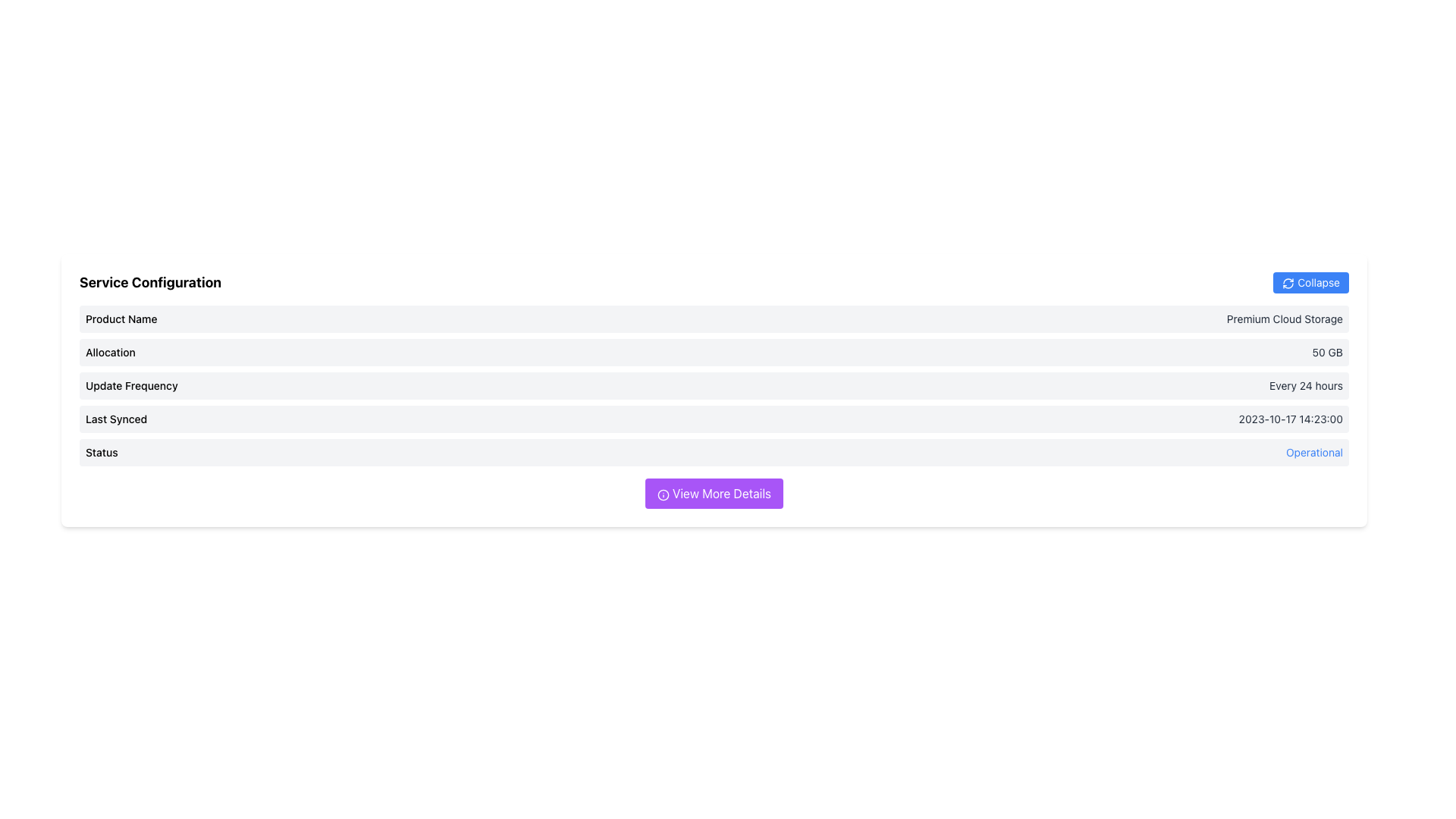  Describe the element at coordinates (1326, 353) in the screenshot. I see `the text label displaying '50 GB', which indicates the allocated storage size, located in the central tabular layout` at that location.